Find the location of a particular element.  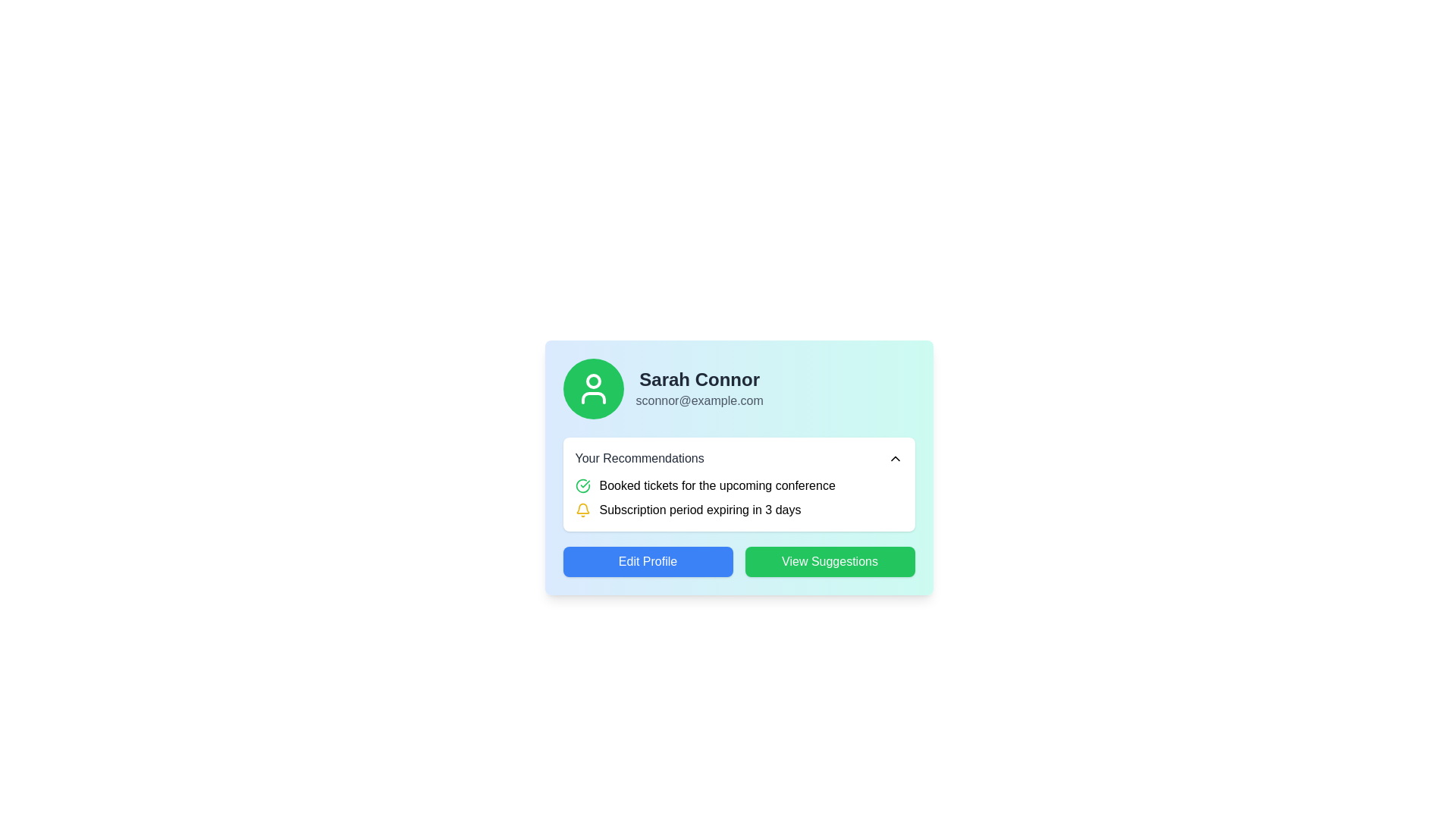

notification content stating 'Subscription period expiring in 3 days', which is the second item in the recommendations list under 'Your Recommendations' is located at coordinates (739, 510).